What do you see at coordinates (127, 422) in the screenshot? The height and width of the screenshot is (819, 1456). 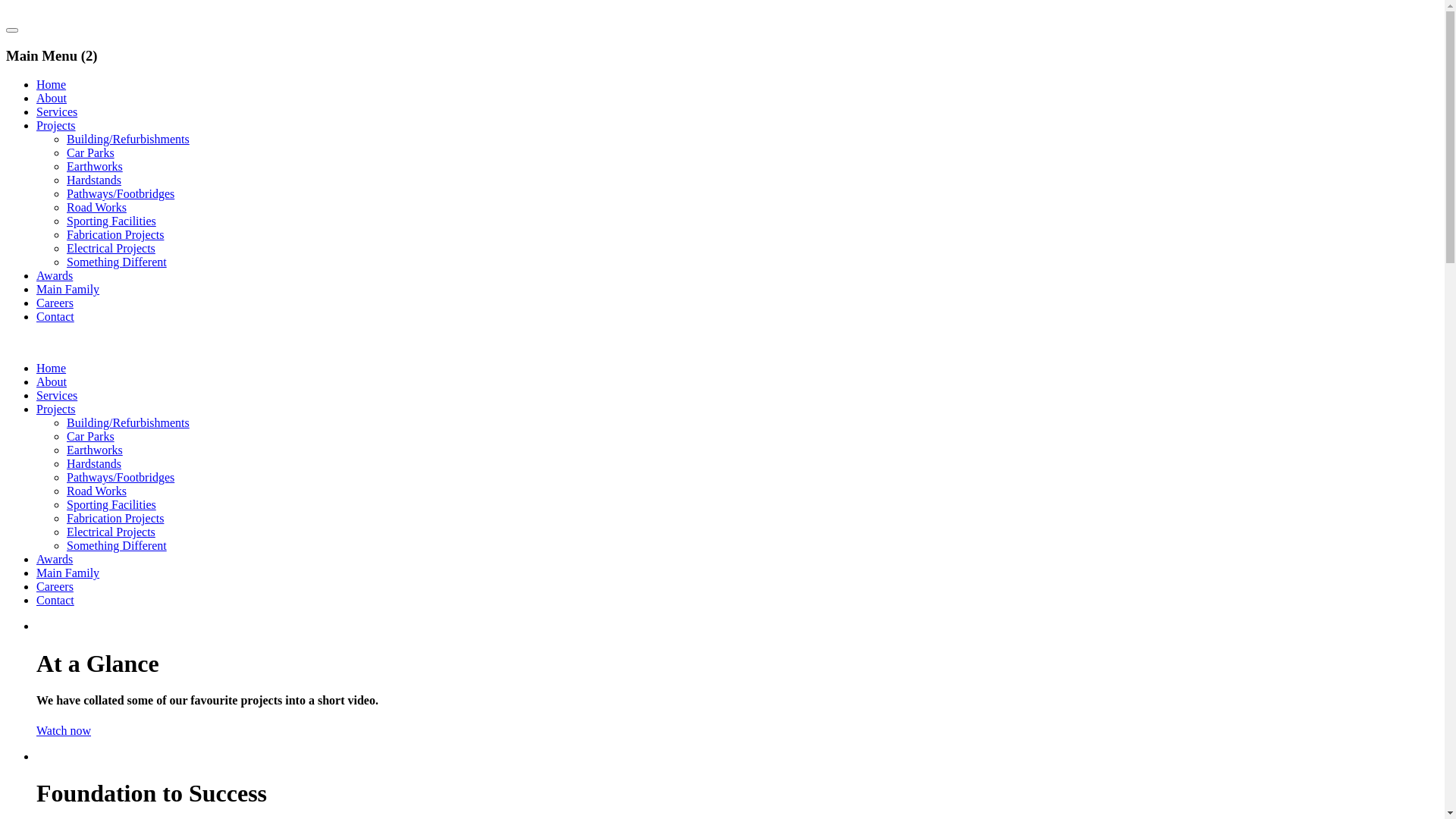 I see `'Building/Refurbishments'` at bounding box center [127, 422].